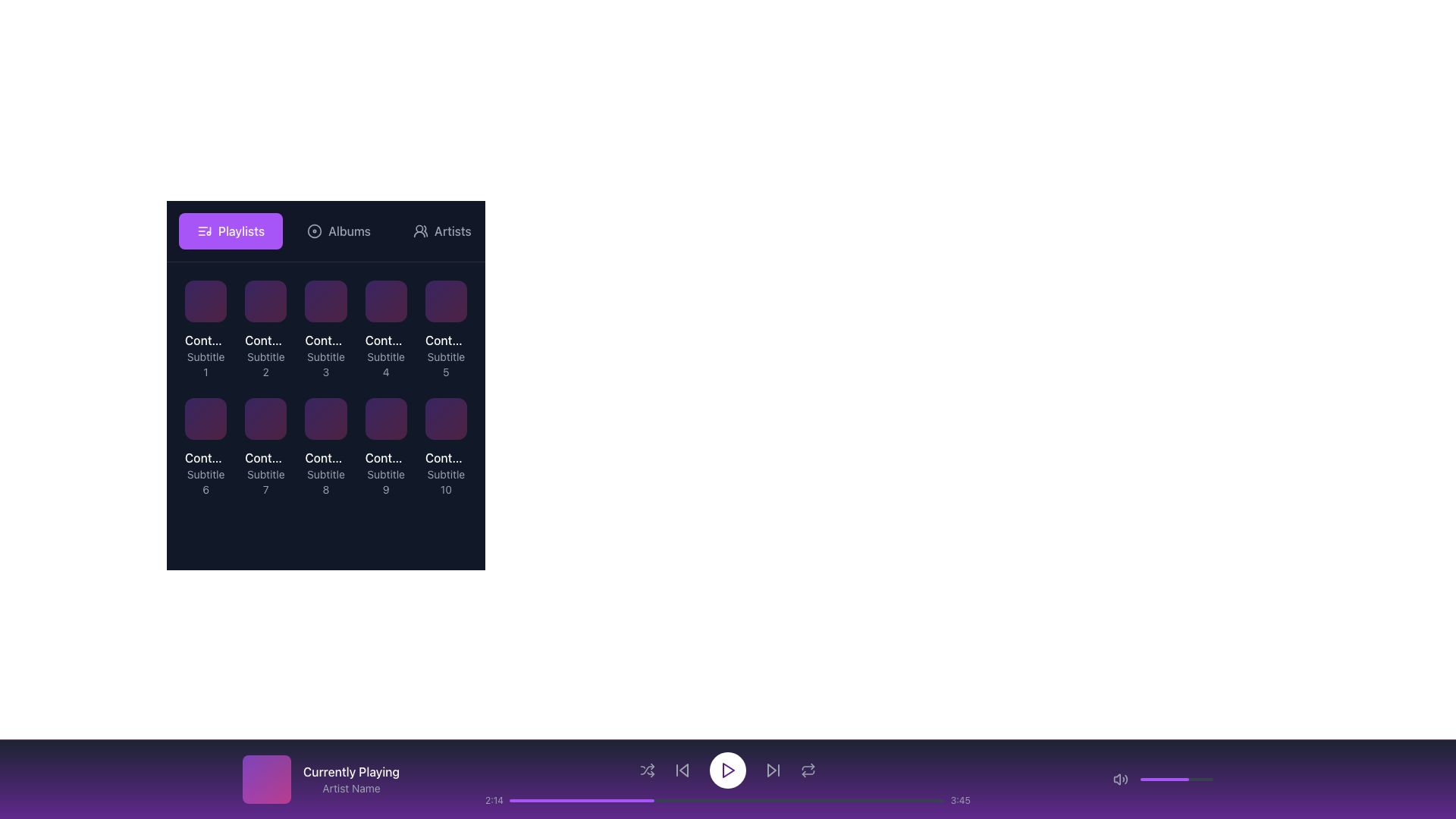  What do you see at coordinates (494, 800) in the screenshot?
I see `the text label displaying '2:14' in light gray on a dark purple background, located at the far left edge of the UI section` at bounding box center [494, 800].